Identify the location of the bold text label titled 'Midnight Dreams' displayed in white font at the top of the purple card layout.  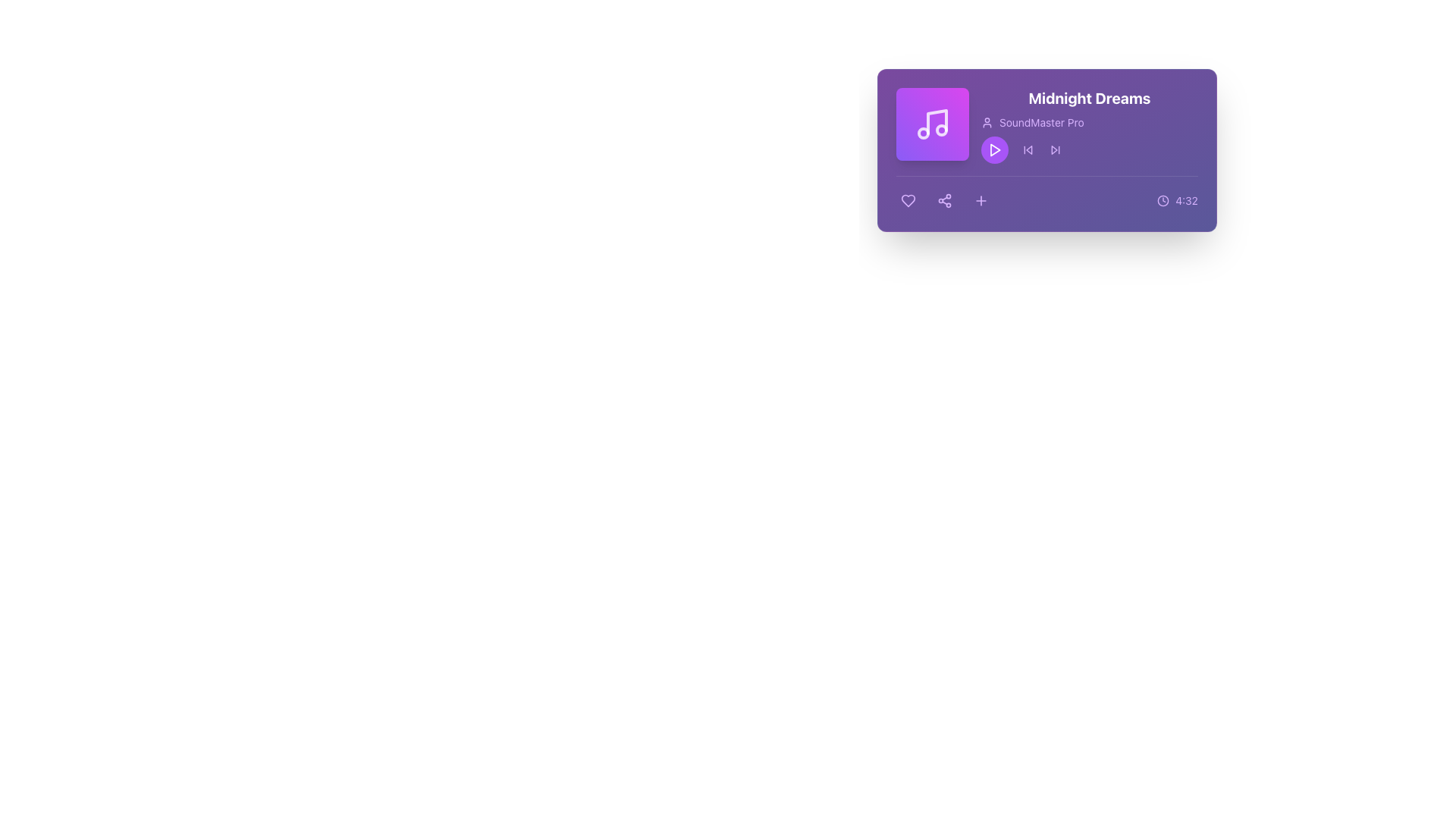
(1088, 99).